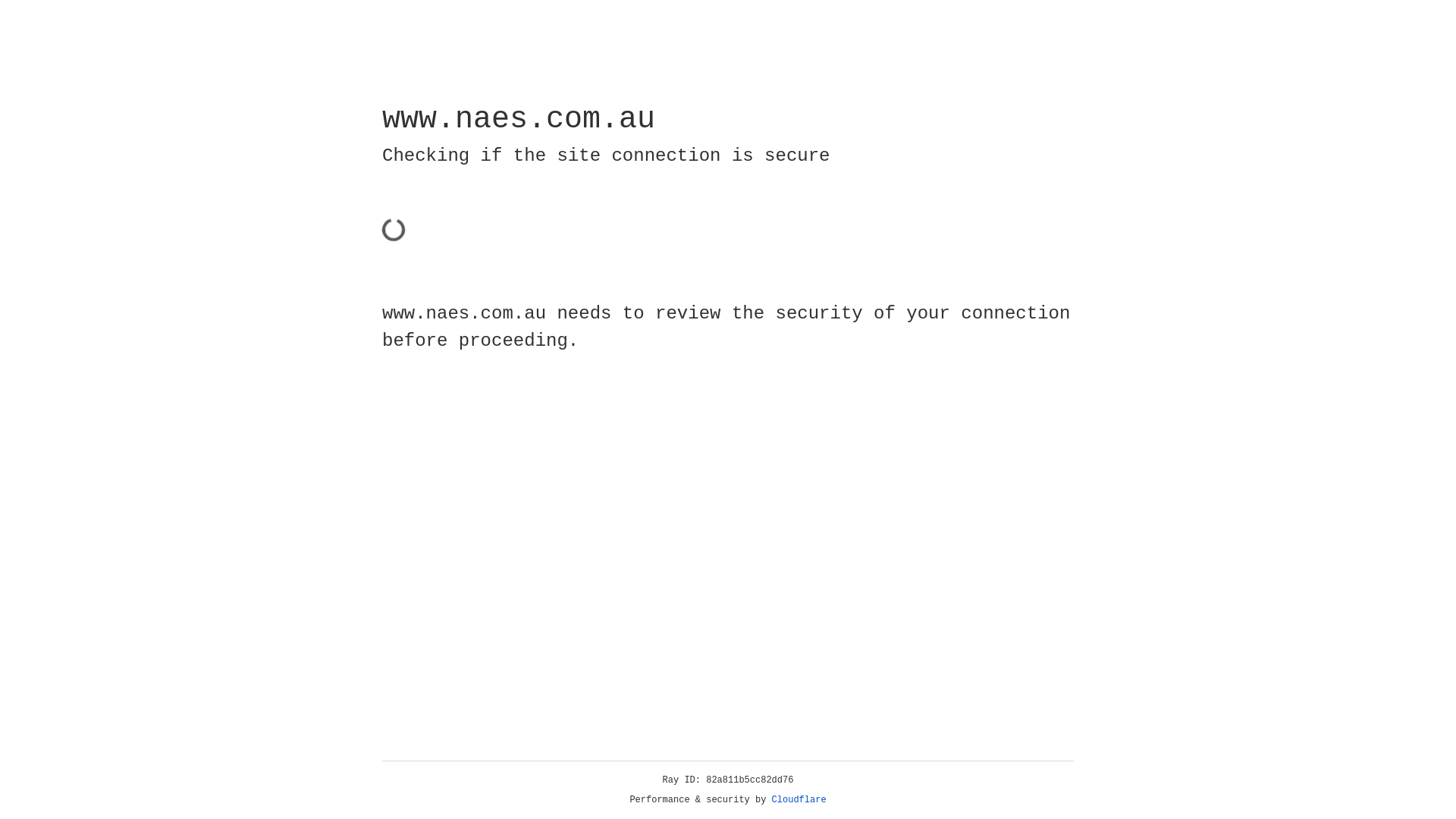 This screenshot has height=819, width=1456. I want to click on 'Cloudflare', so click(799, 799).